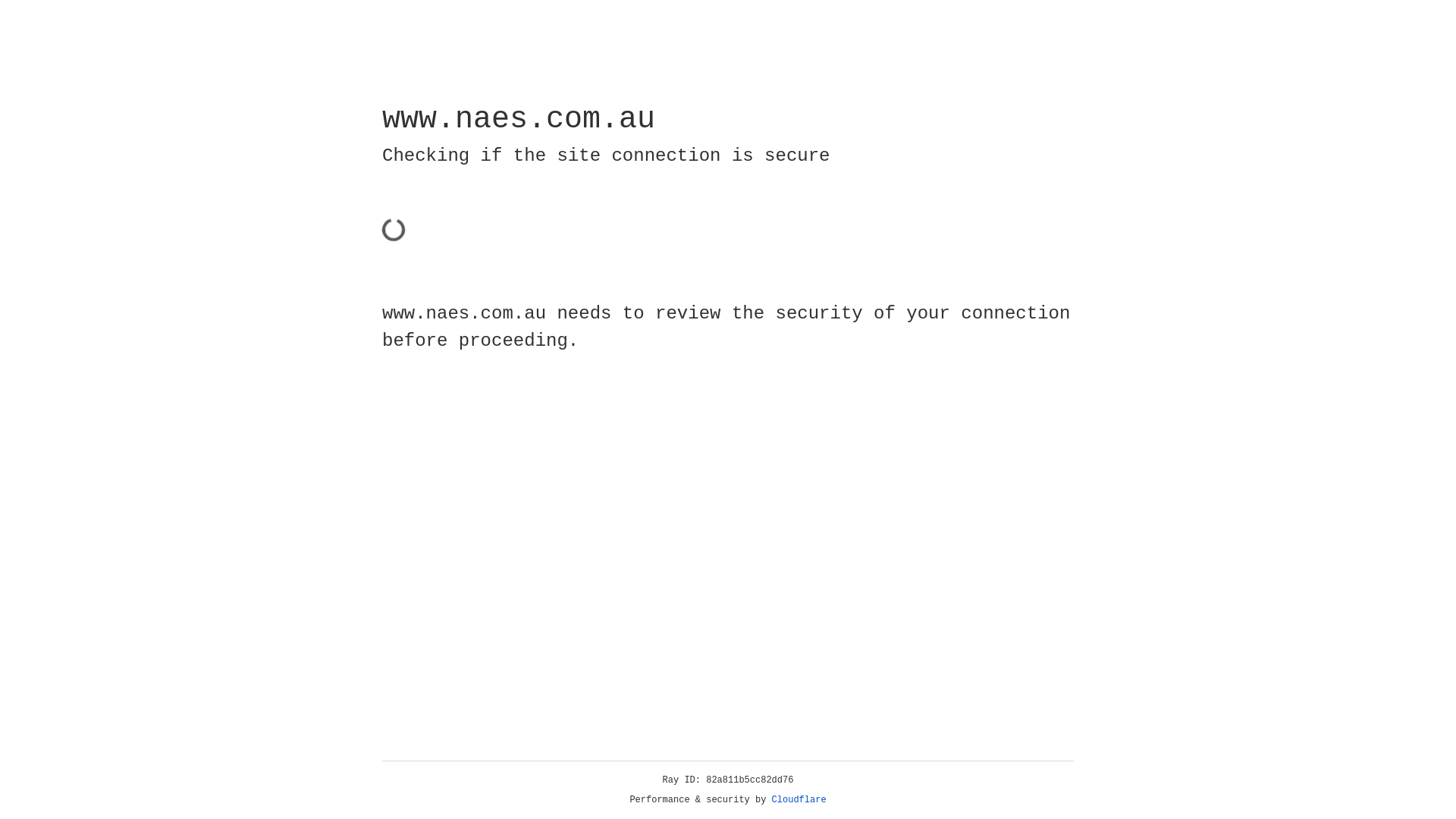 This screenshot has height=819, width=1456. I want to click on 'Cloudflare', so click(799, 799).